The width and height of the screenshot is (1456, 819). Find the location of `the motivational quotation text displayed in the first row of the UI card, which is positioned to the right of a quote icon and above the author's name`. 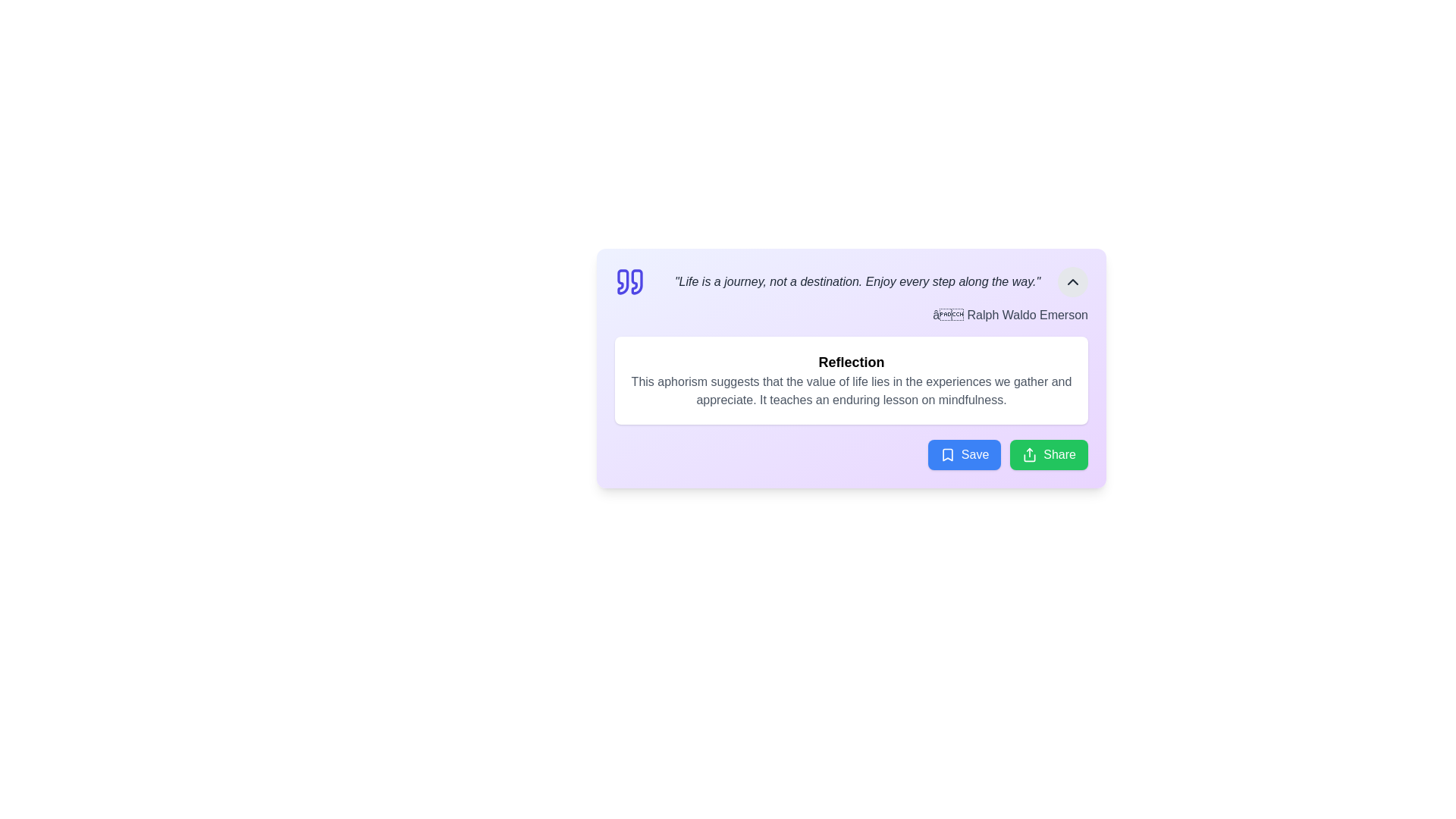

the motivational quotation text displayed in the first row of the UI card, which is positioned to the right of a quote icon and above the author's name is located at coordinates (858, 281).